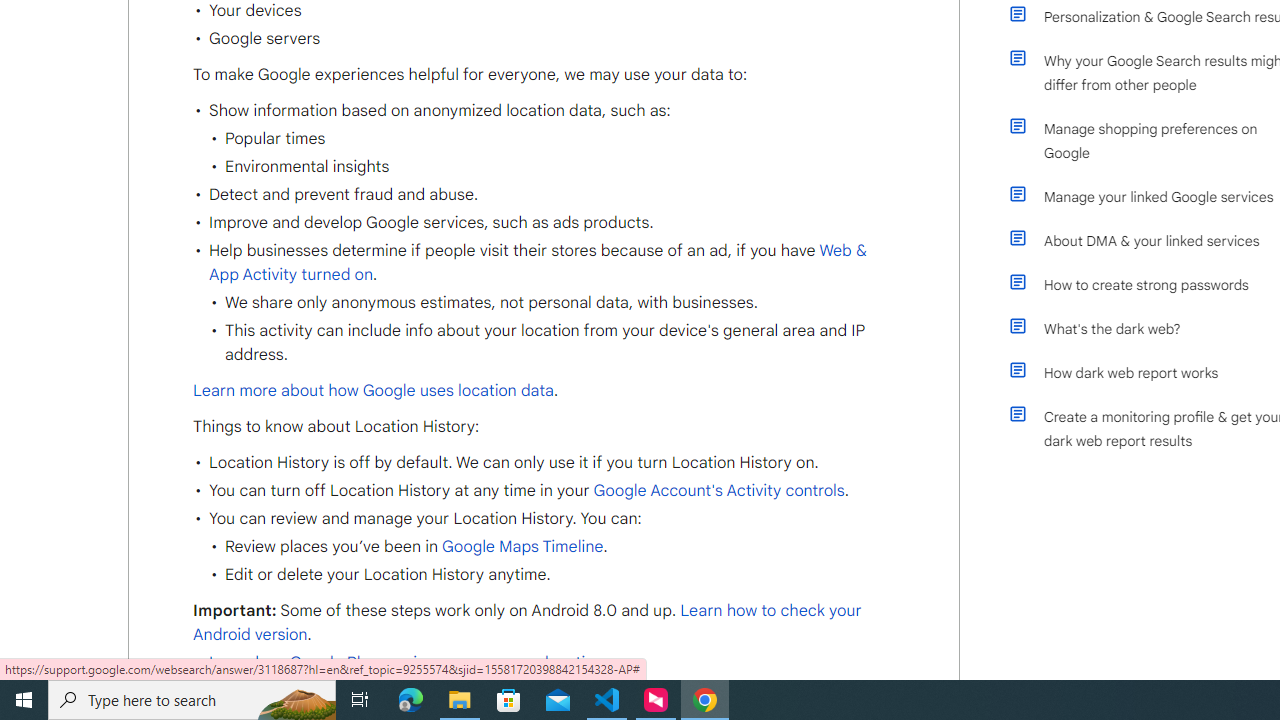 The image size is (1280, 720). What do you see at coordinates (527, 622) in the screenshot?
I see `'Learn how to check your Android version'` at bounding box center [527, 622].